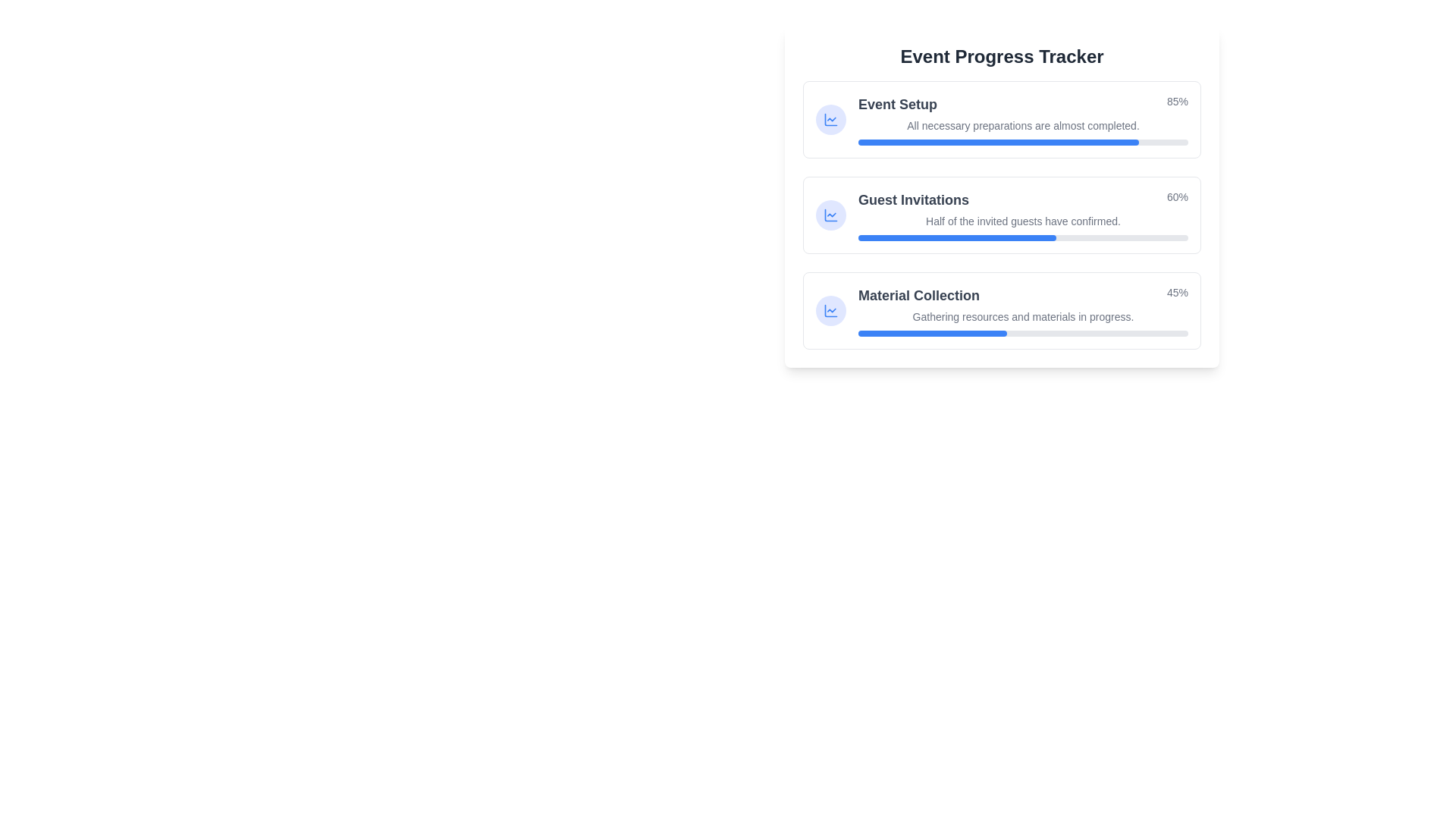 Image resolution: width=1456 pixels, height=819 pixels. What do you see at coordinates (864, 143) in the screenshot?
I see `the progress of the bar` at bounding box center [864, 143].